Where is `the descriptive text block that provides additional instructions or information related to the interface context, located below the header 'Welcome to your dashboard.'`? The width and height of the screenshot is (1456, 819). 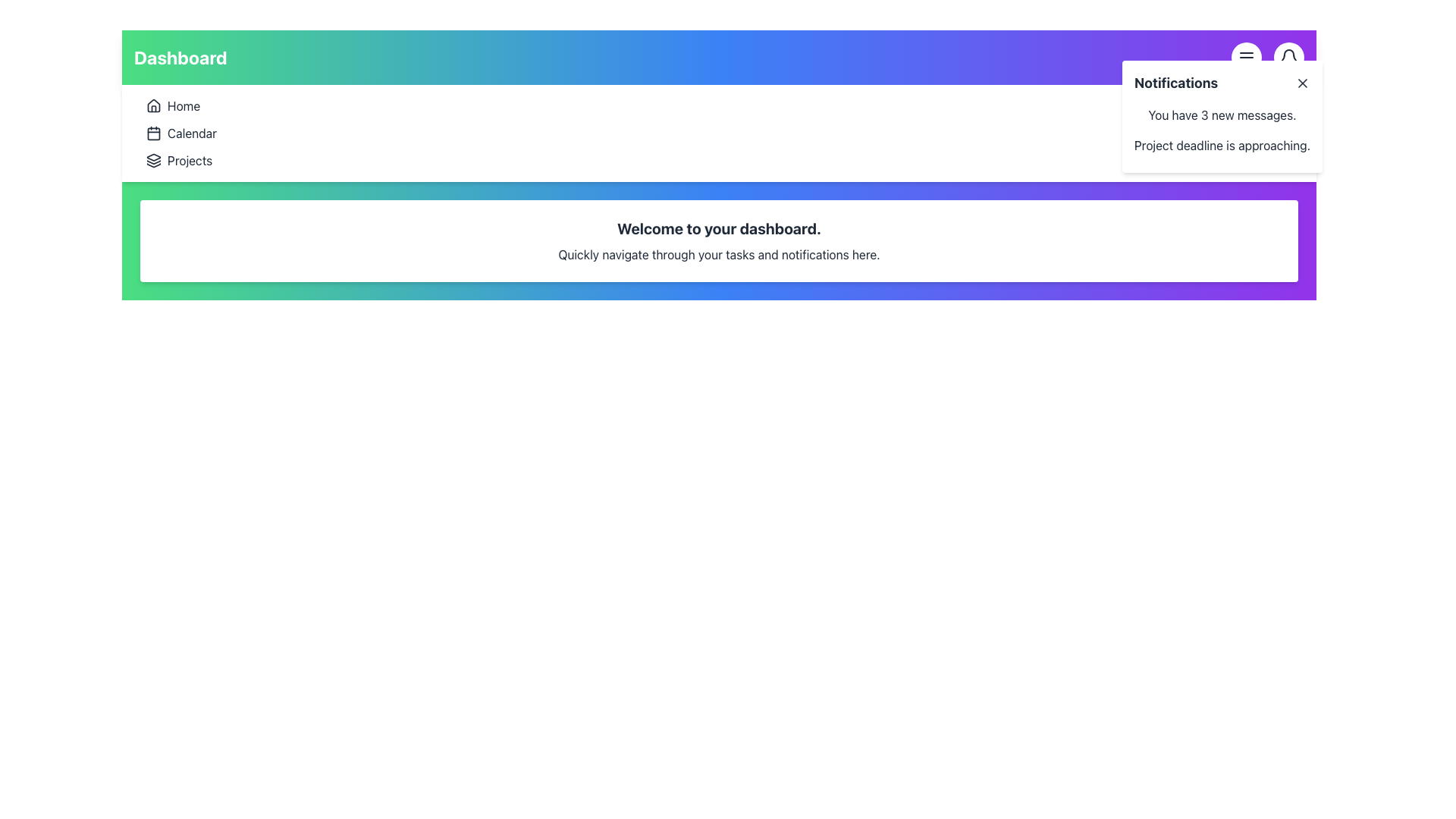 the descriptive text block that provides additional instructions or information related to the interface context, located below the header 'Welcome to your dashboard.' is located at coordinates (718, 253).